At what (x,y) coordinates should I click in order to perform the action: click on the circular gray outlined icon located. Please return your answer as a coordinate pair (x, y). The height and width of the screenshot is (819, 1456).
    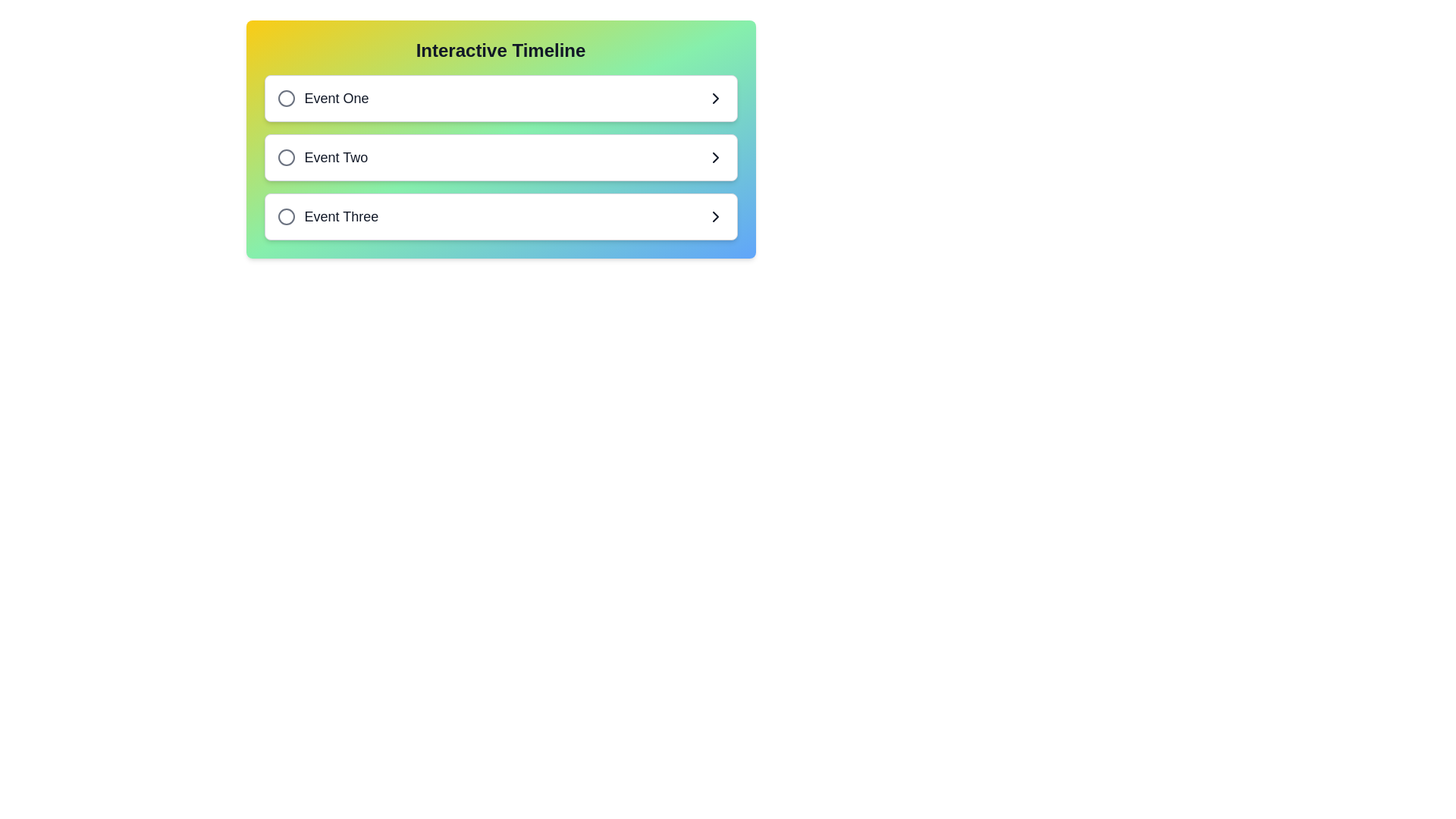
    Looking at the image, I should click on (286, 216).